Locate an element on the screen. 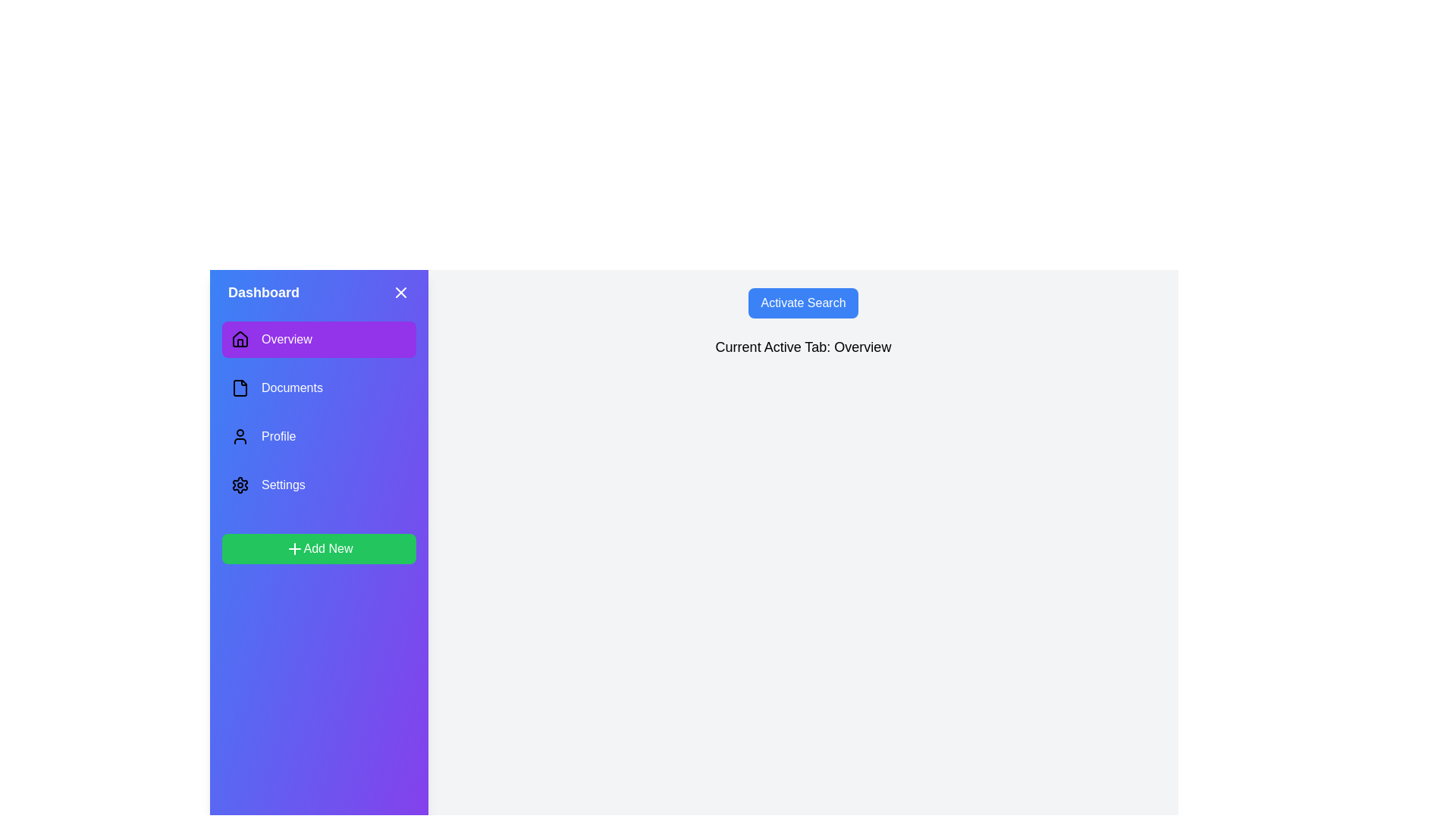 The height and width of the screenshot is (819, 1456). the settings icon, which is a cogwheel shape located in the sidebar menu next to the text labeled 'Settings' is located at coordinates (239, 485).